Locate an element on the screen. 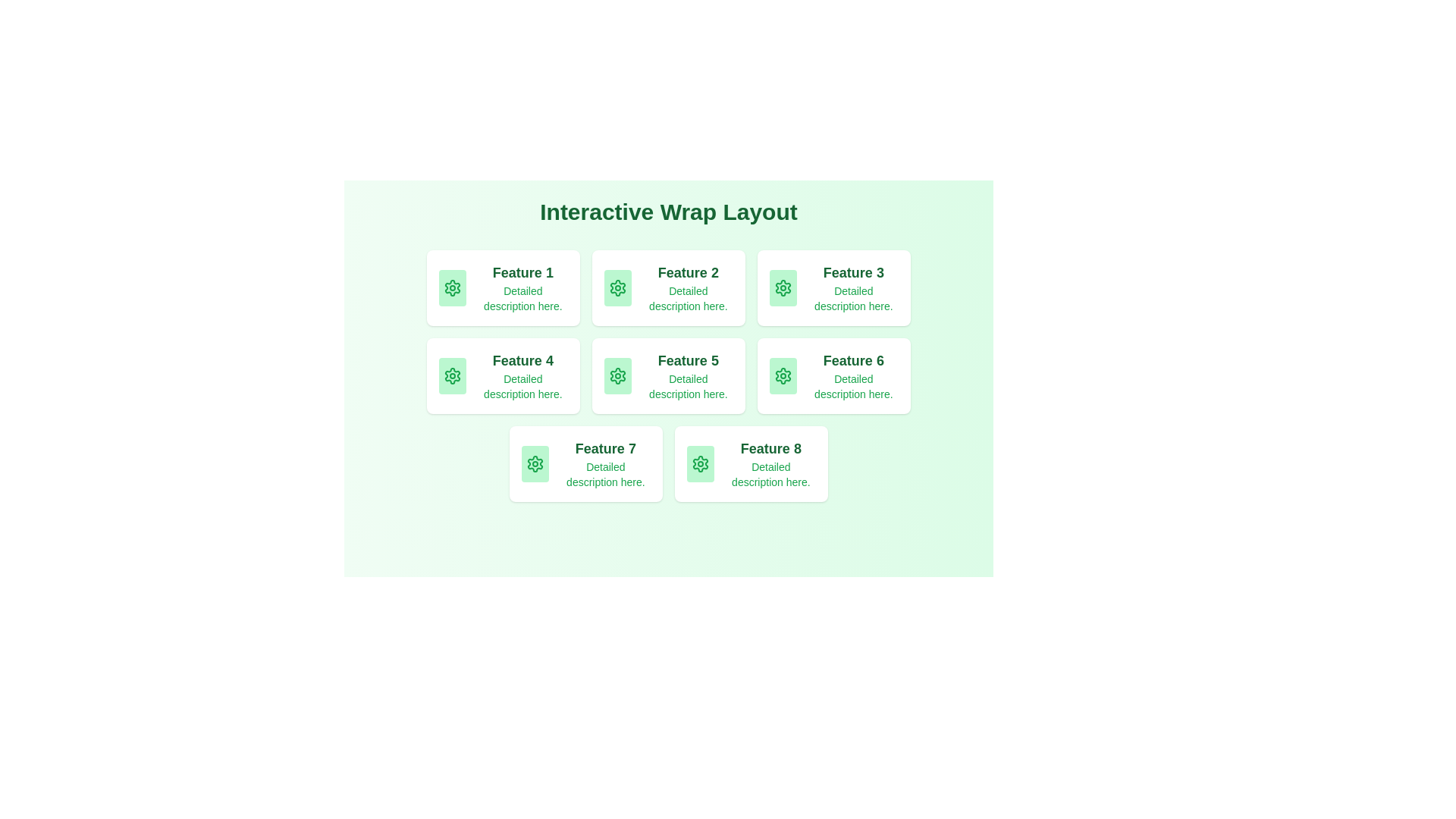 Image resolution: width=1456 pixels, height=819 pixels. the gear/settings icon located in the middle-left of the fourth feature card is located at coordinates (451, 375).